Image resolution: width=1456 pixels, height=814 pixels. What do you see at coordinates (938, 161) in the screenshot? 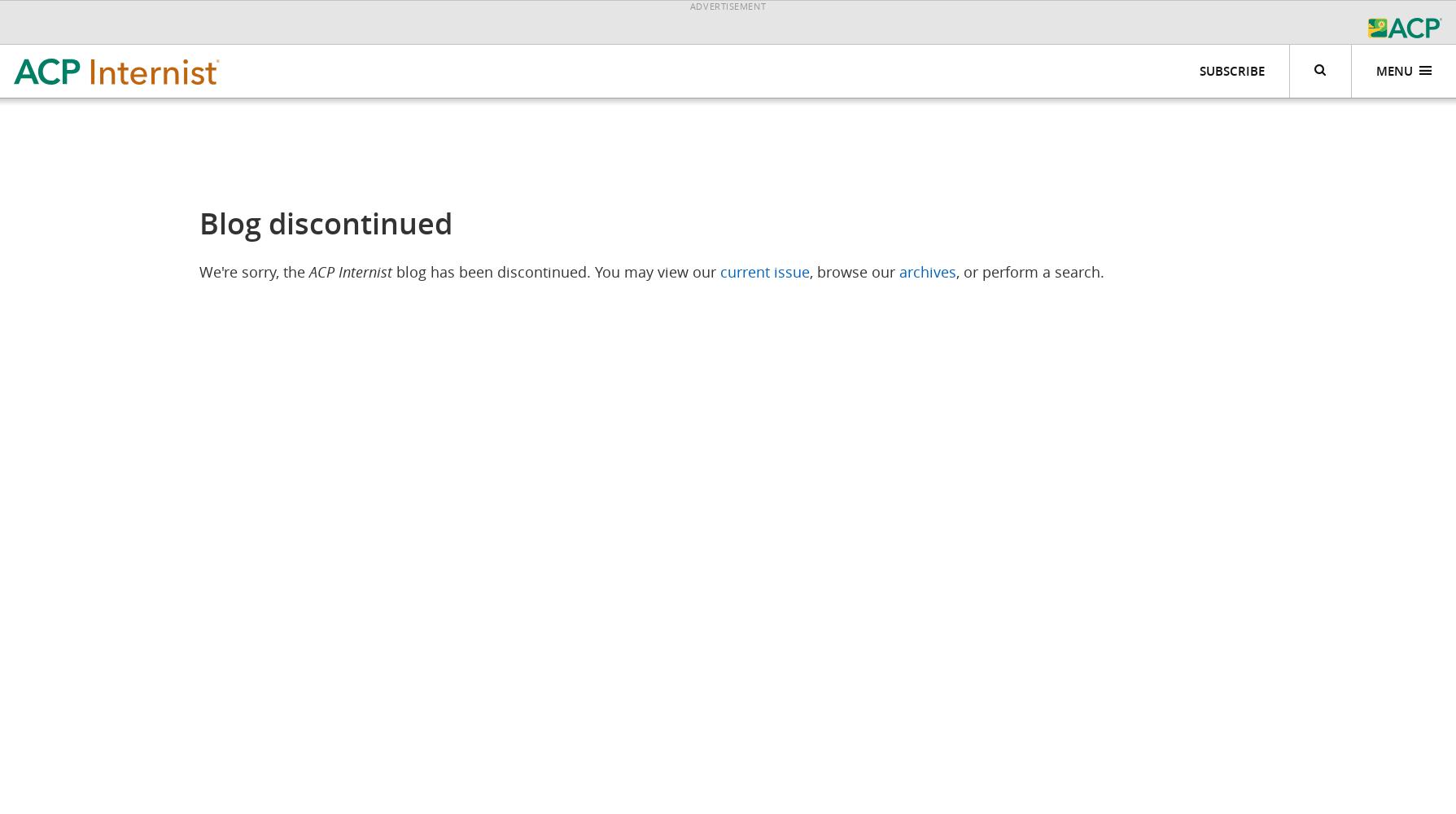
I see `'ACP Internist Weekly'` at bounding box center [938, 161].